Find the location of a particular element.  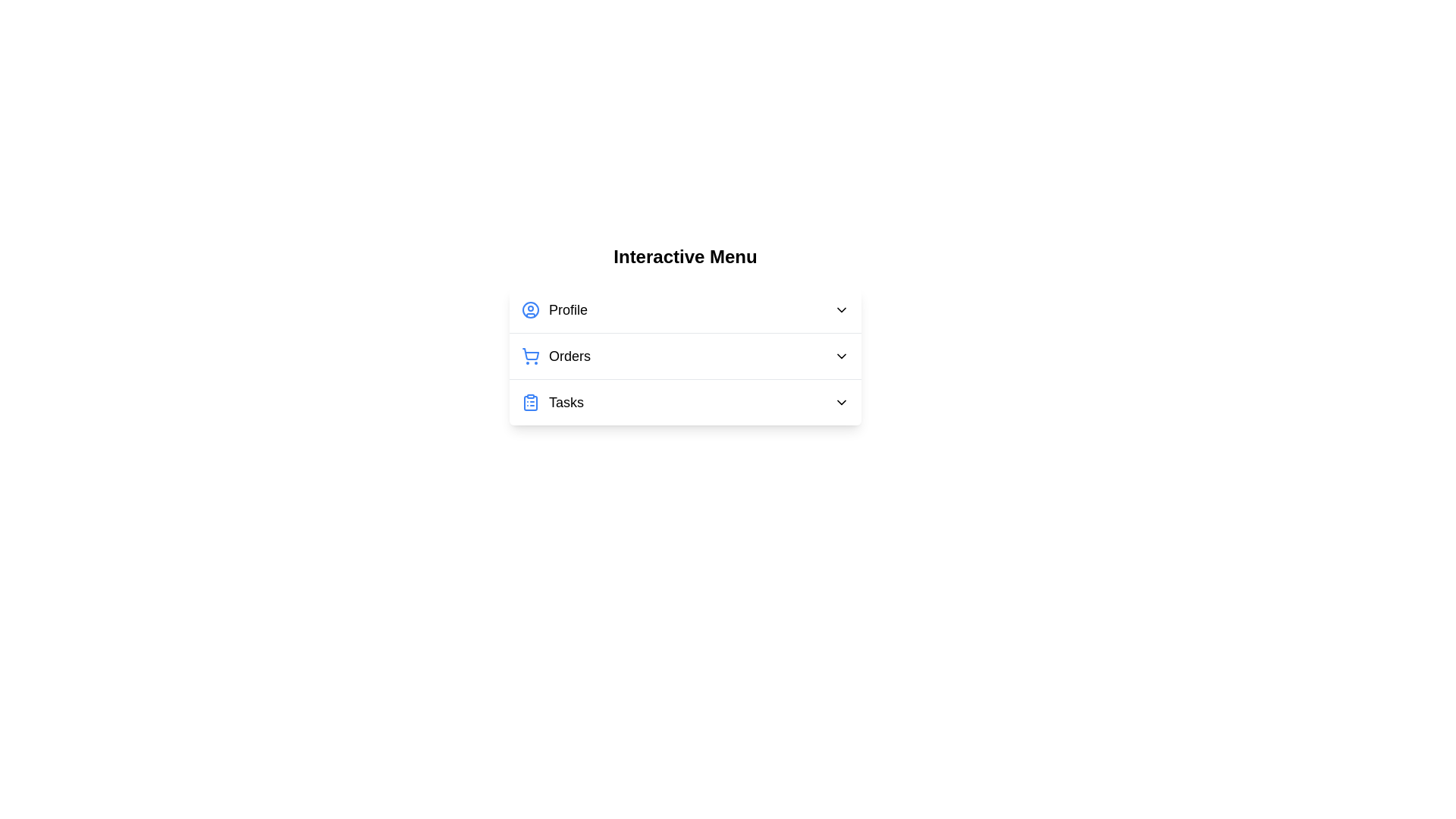

the first button-like menu item in the 'Interactive Menu' to bring focus to the user's profile section is located at coordinates (554, 309).